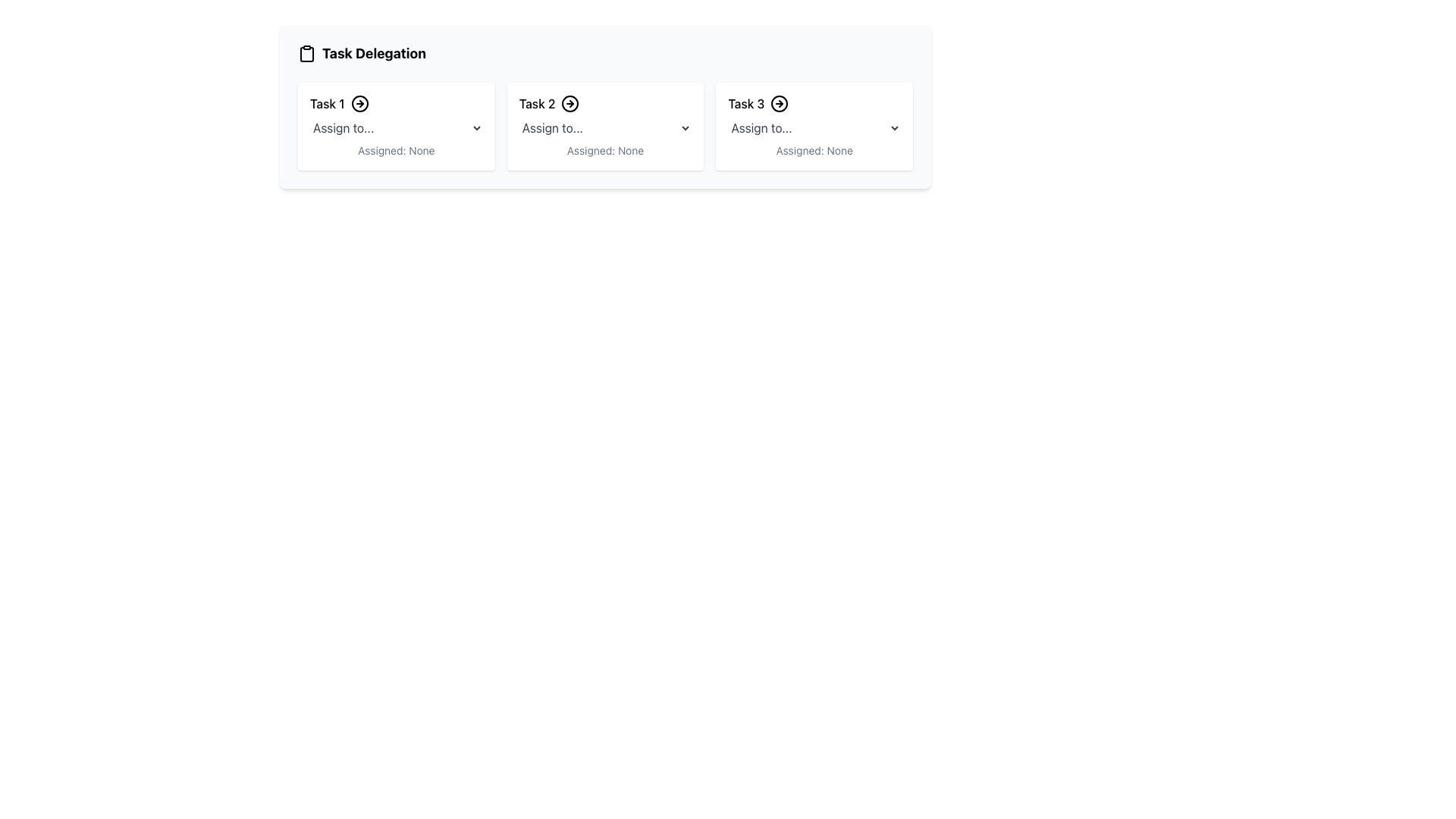 This screenshot has height=819, width=1456. What do you see at coordinates (306, 54) in the screenshot?
I see `the clipboard icon component that signifies task management, located to the left of the text 'Task Delegation'` at bounding box center [306, 54].